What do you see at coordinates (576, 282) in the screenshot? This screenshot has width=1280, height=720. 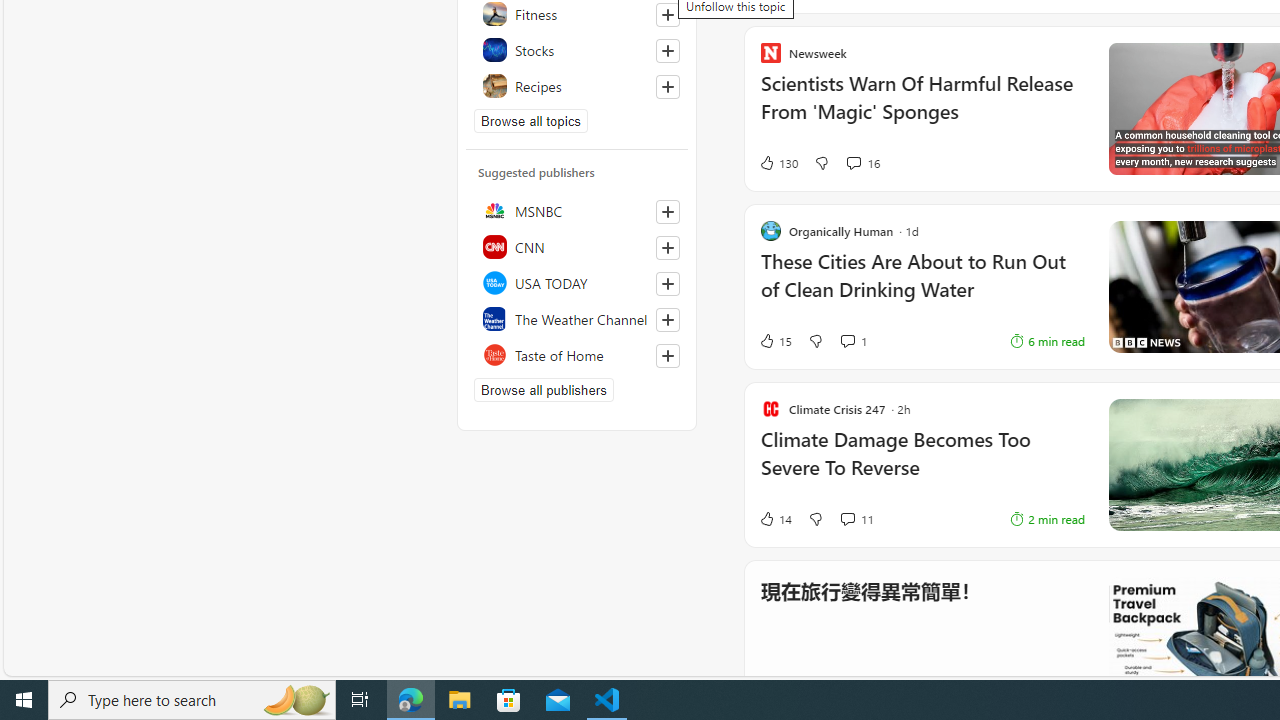 I see `'USA TODAY'` at bounding box center [576, 282].